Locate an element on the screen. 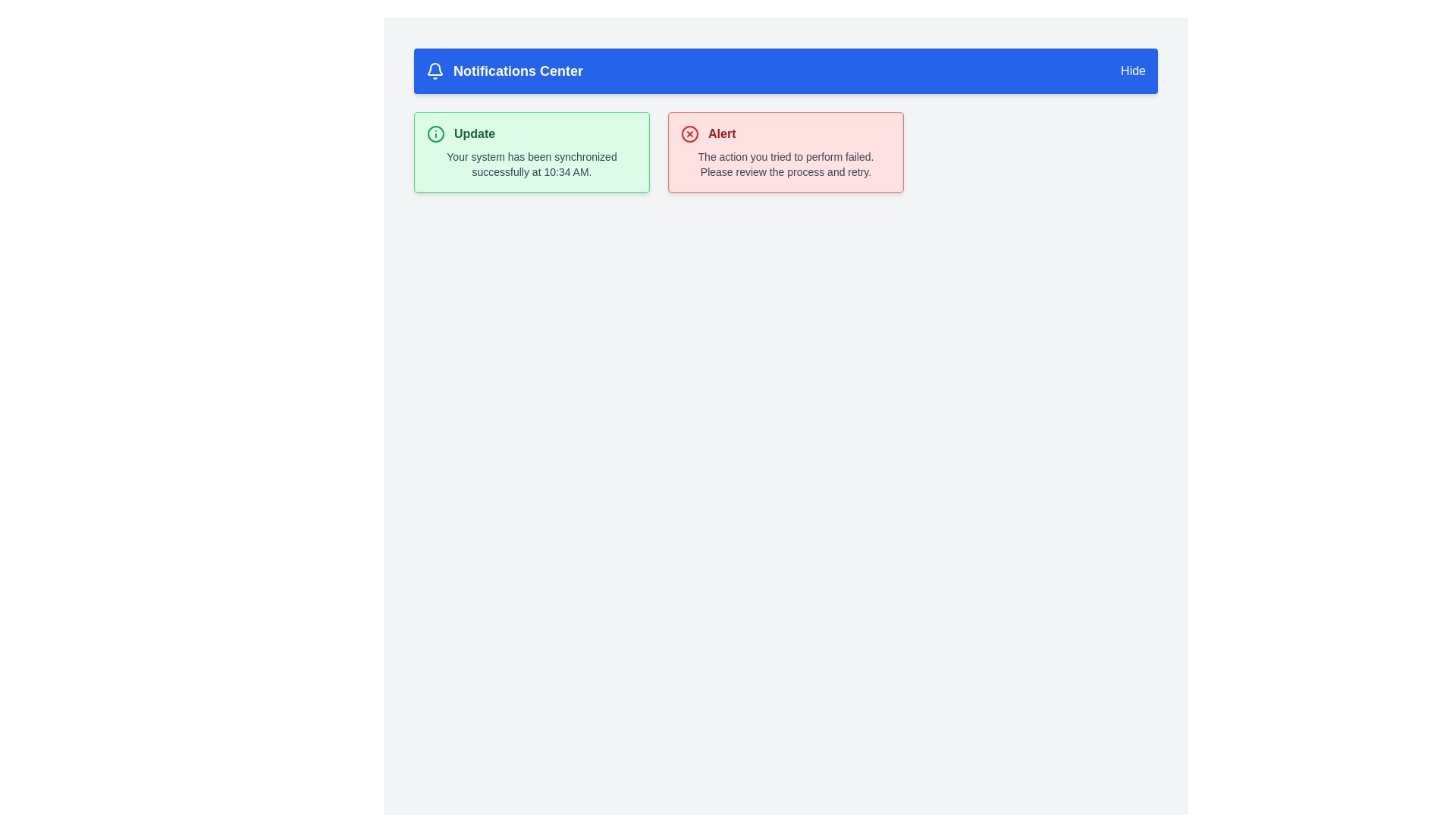 The height and width of the screenshot is (819, 1456). title of the alert notification card, which is displayed next to a red circular icon in the header is located at coordinates (786, 133).